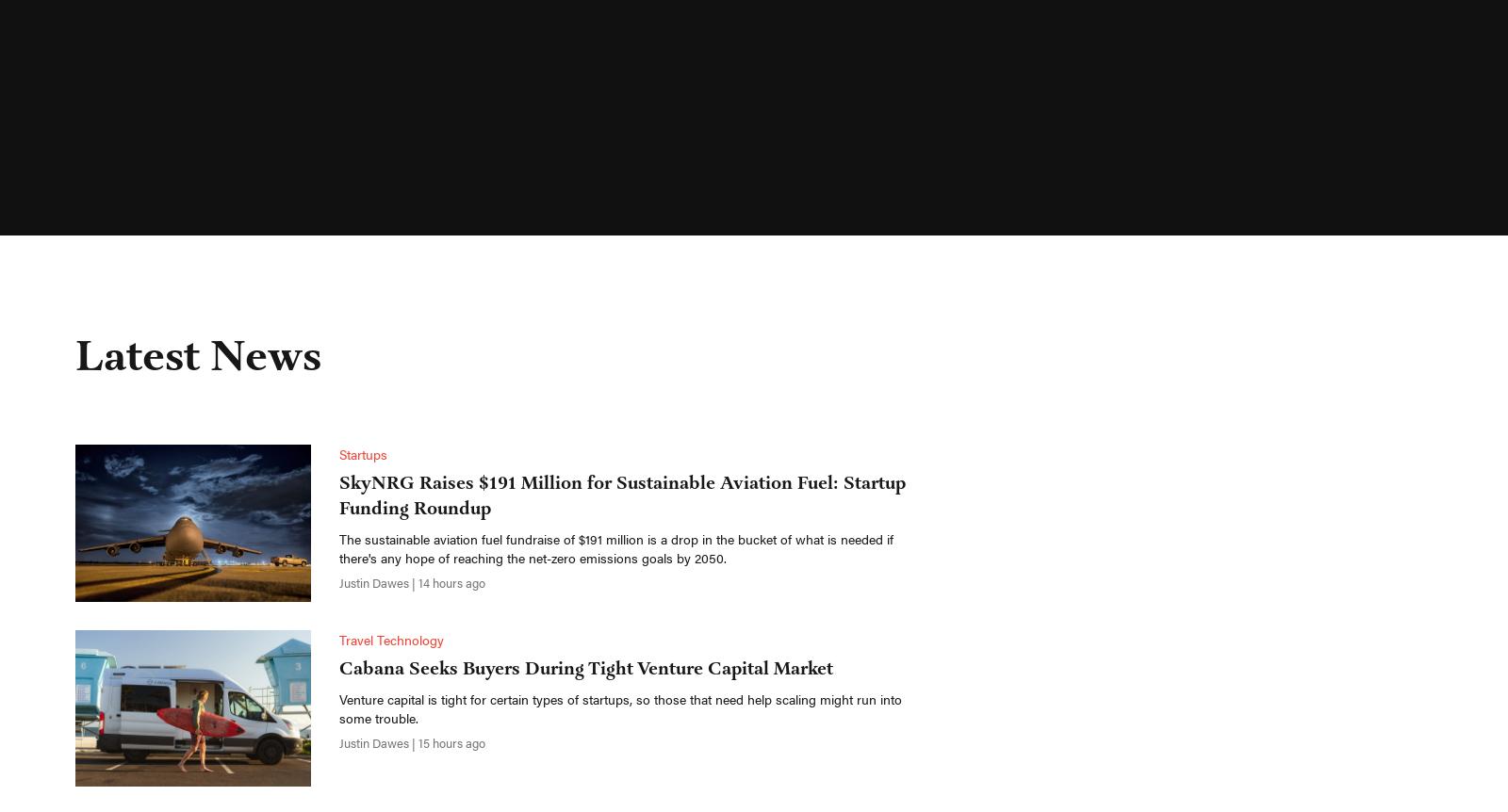 This screenshot has width=1508, height=812. I want to click on 'Research', so click(492, 32).